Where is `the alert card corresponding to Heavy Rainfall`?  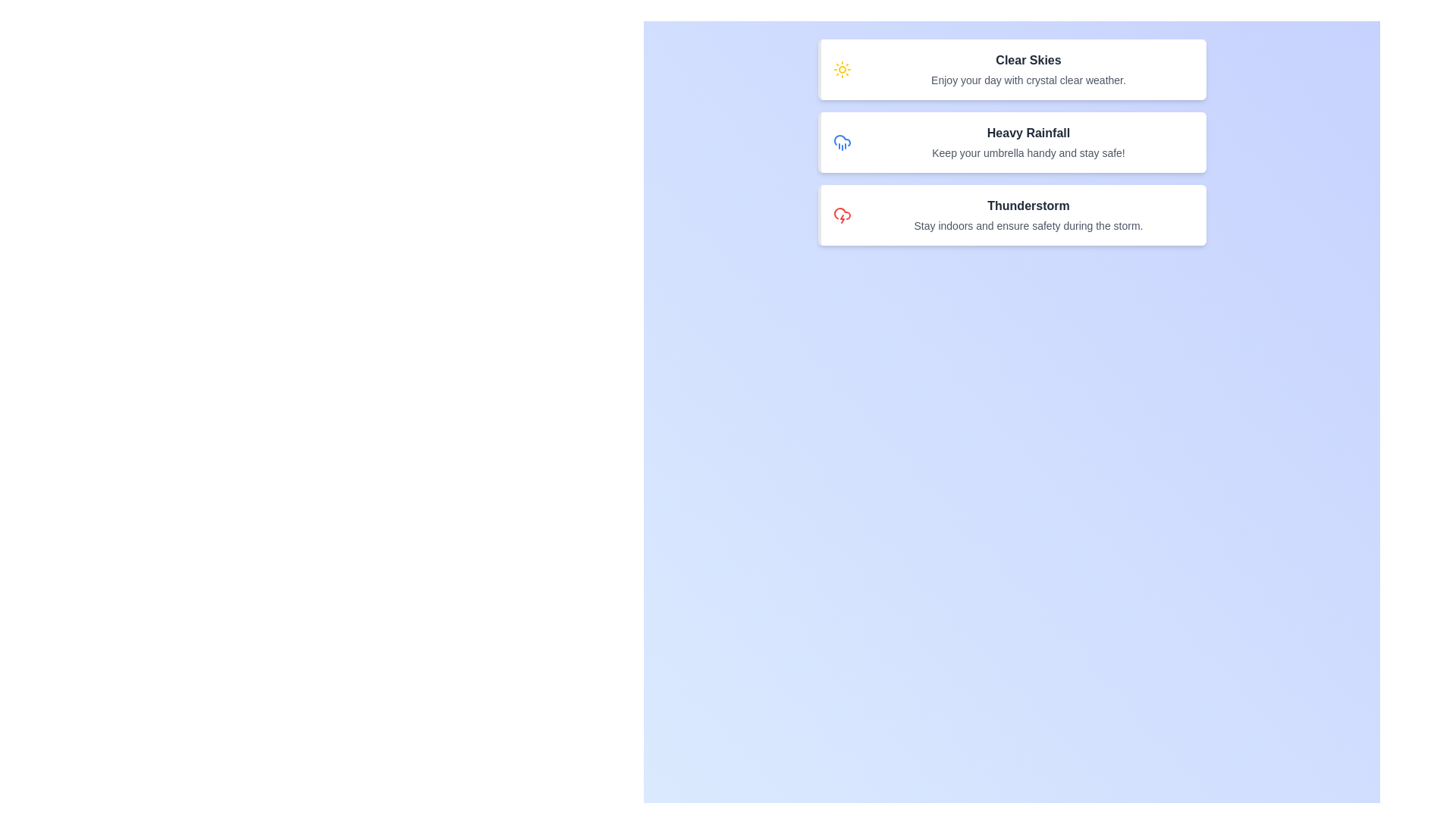 the alert card corresponding to Heavy Rainfall is located at coordinates (1012, 143).